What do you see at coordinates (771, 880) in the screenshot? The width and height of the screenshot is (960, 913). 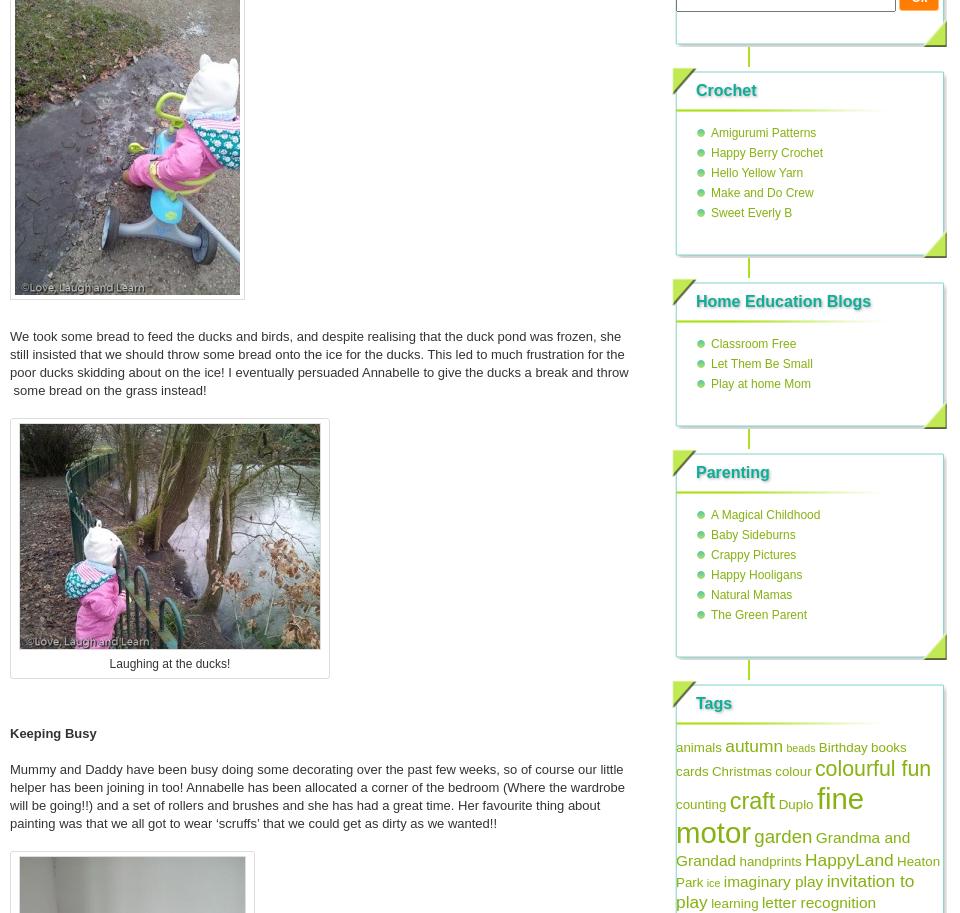 I see `'imaginary play'` at bounding box center [771, 880].